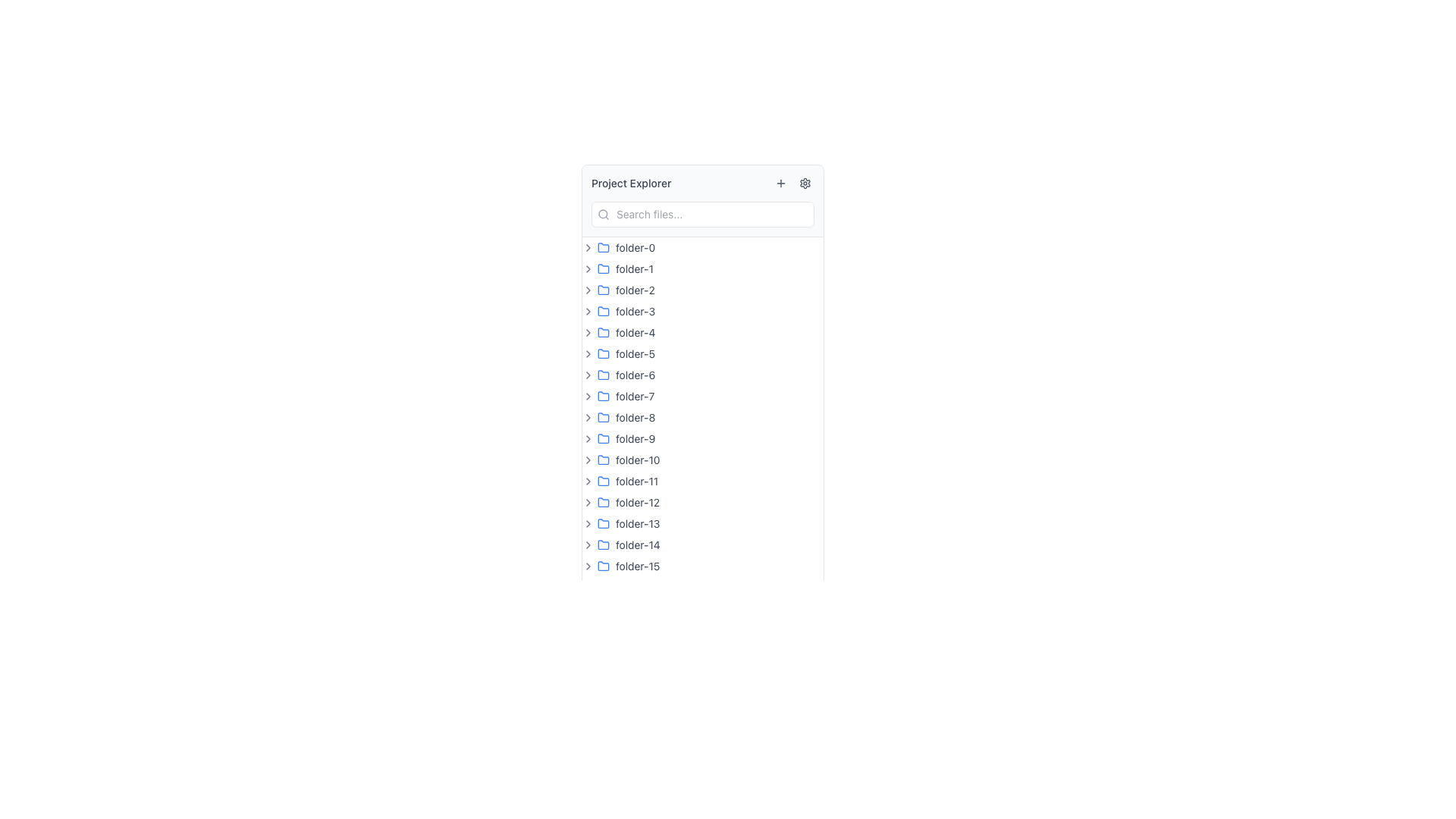  Describe the element at coordinates (635, 396) in the screenshot. I see `the text label 'folder-7'` at that location.